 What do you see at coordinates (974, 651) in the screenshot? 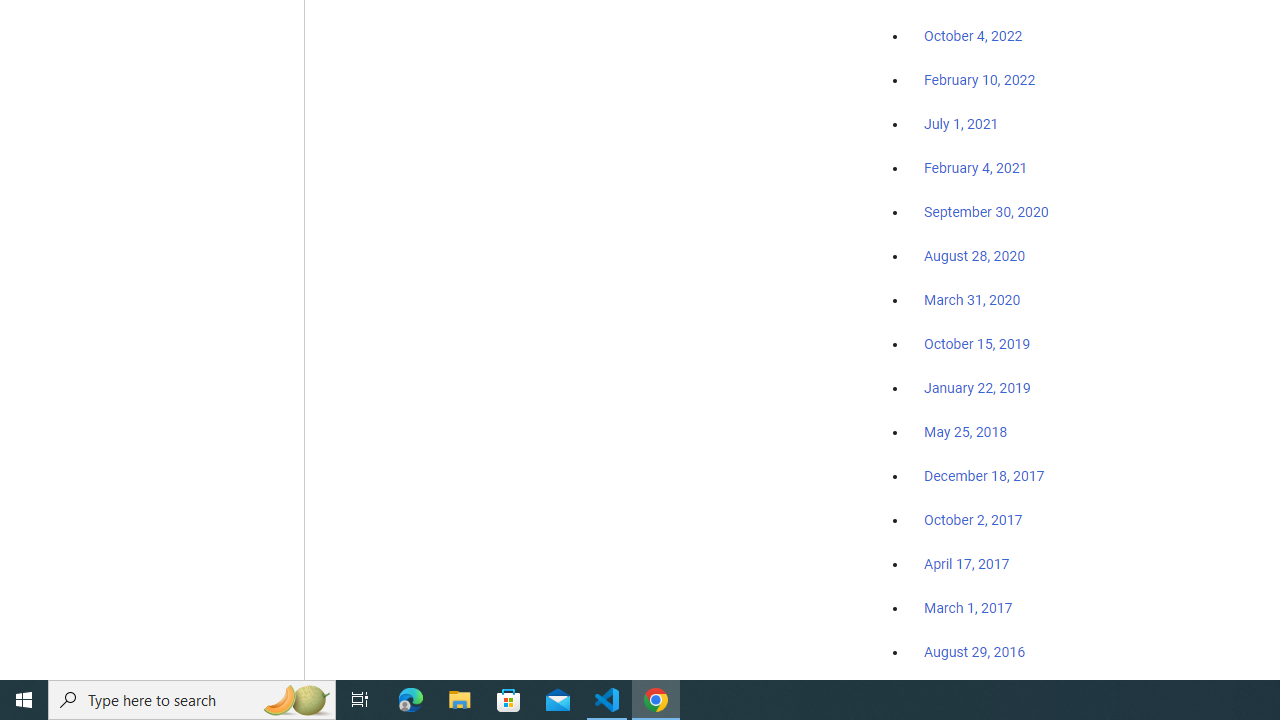
I see `'August 29, 2016'` at bounding box center [974, 651].